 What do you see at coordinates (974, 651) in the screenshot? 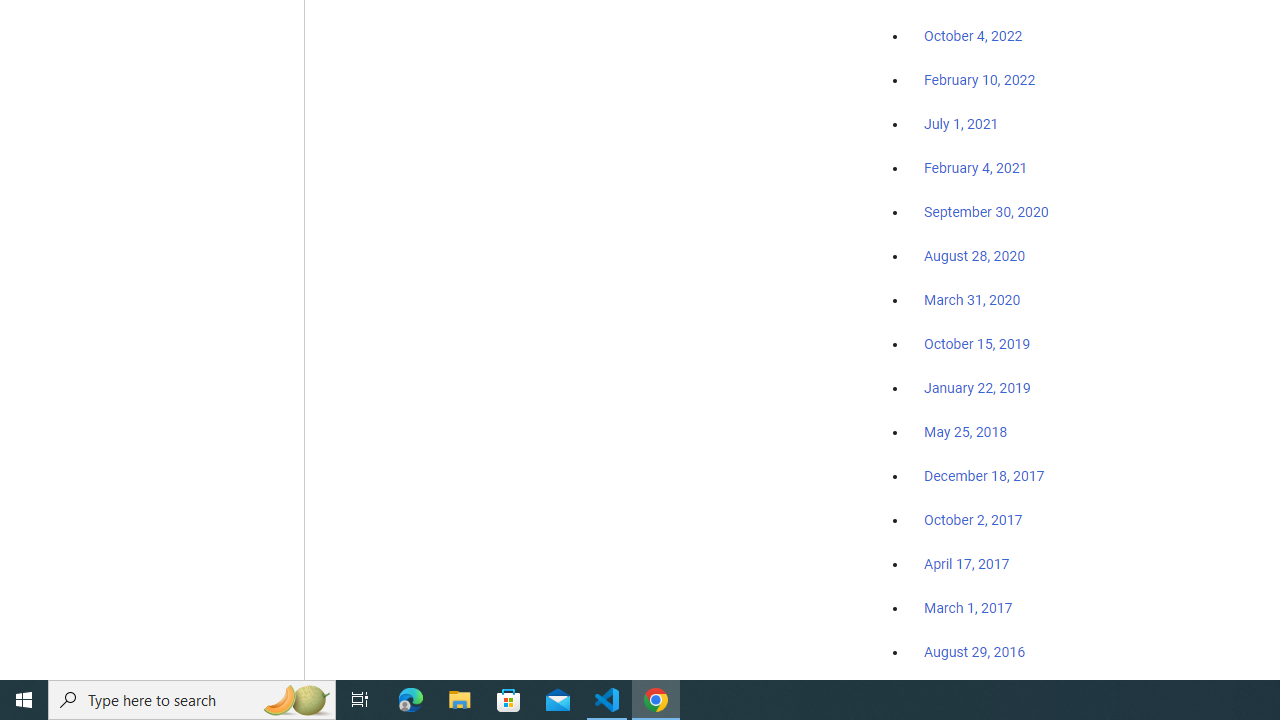
I see `'August 29, 2016'` at bounding box center [974, 651].